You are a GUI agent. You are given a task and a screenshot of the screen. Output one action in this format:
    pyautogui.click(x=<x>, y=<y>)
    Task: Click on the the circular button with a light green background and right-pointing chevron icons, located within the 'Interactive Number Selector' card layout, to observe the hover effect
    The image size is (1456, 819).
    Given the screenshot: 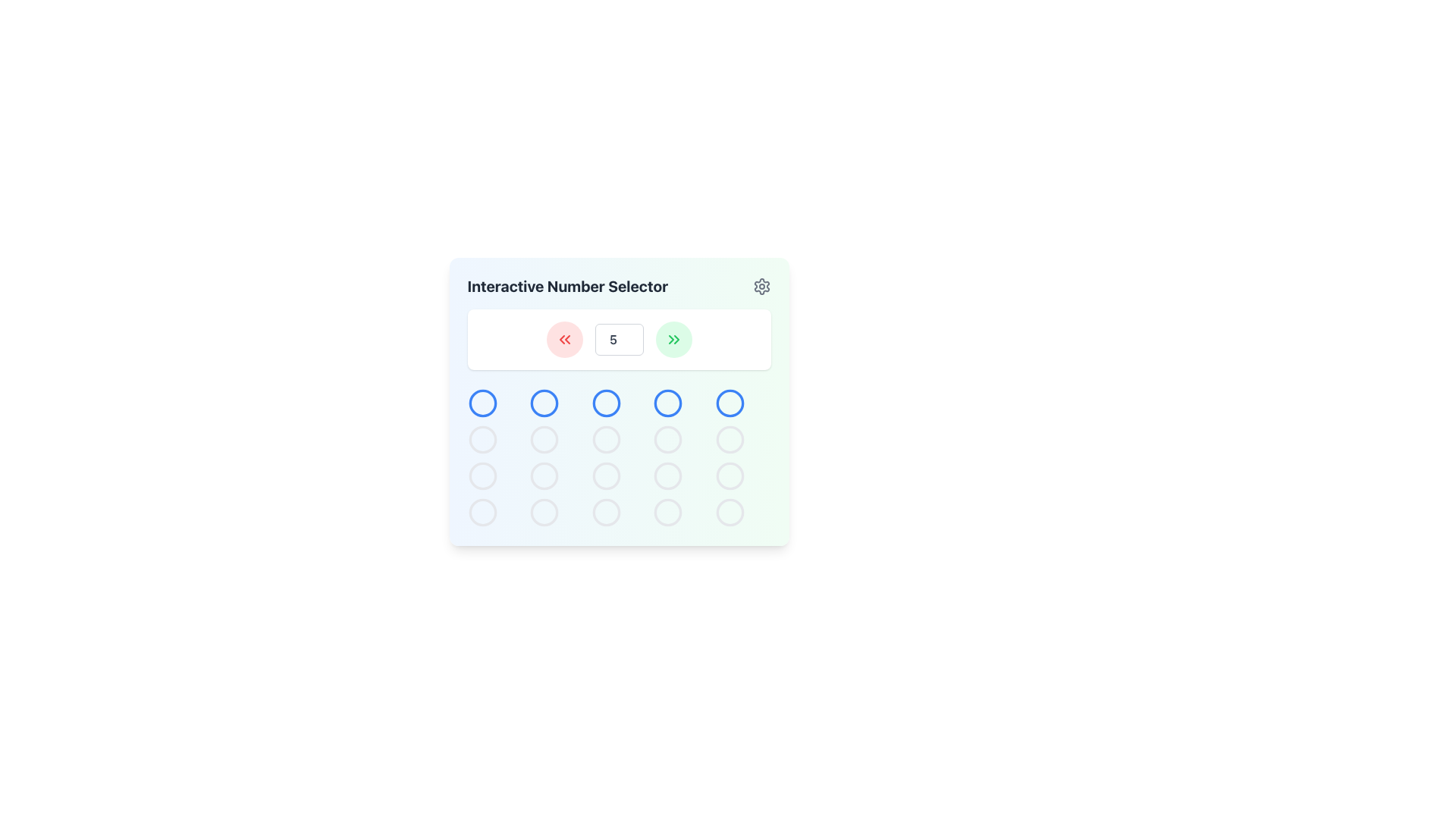 What is the action you would take?
    pyautogui.click(x=673, y=338)
    